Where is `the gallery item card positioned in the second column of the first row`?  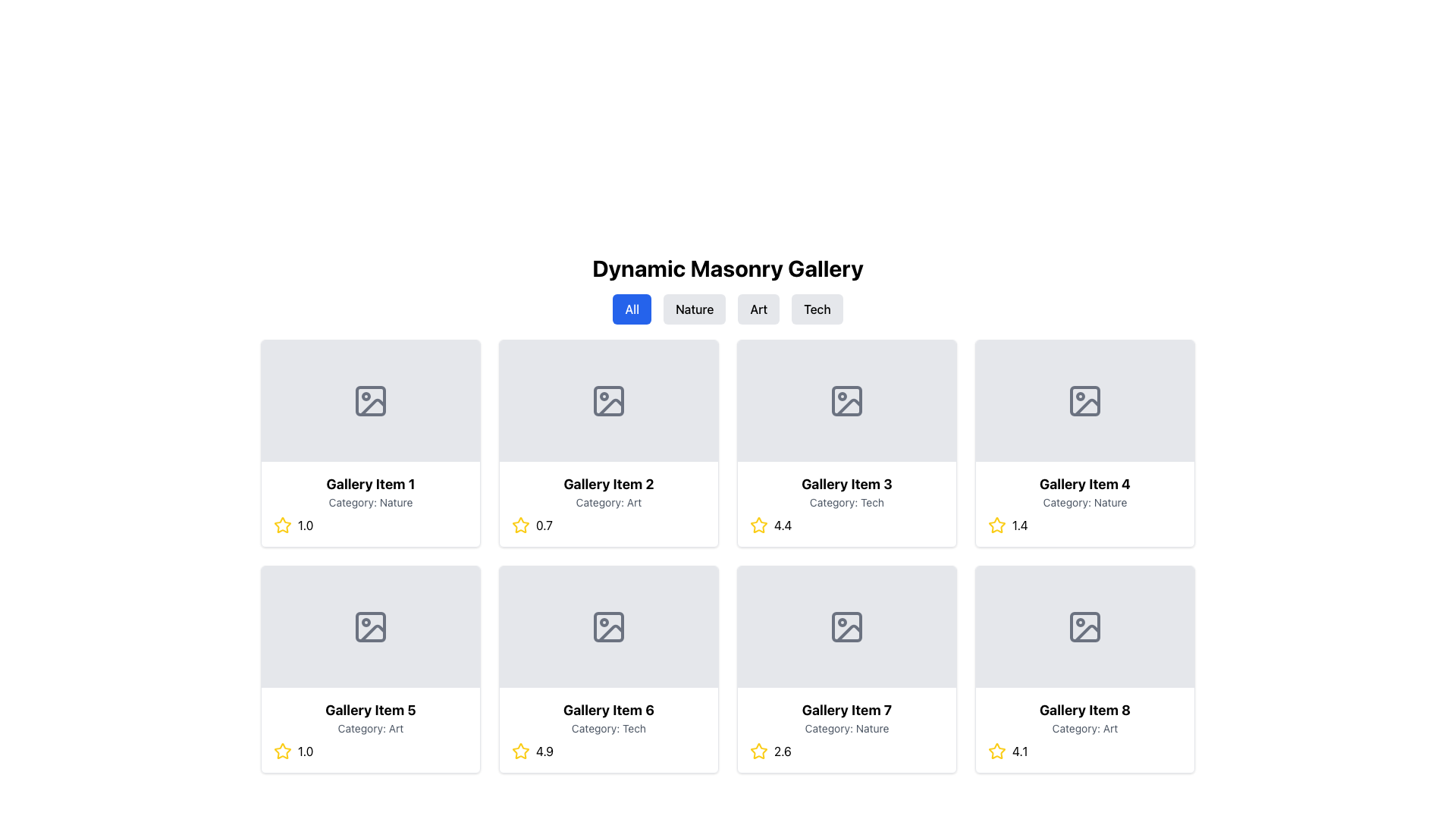
the gallery item card positioned in the second column of the first row is located at coordinates (608, 504).